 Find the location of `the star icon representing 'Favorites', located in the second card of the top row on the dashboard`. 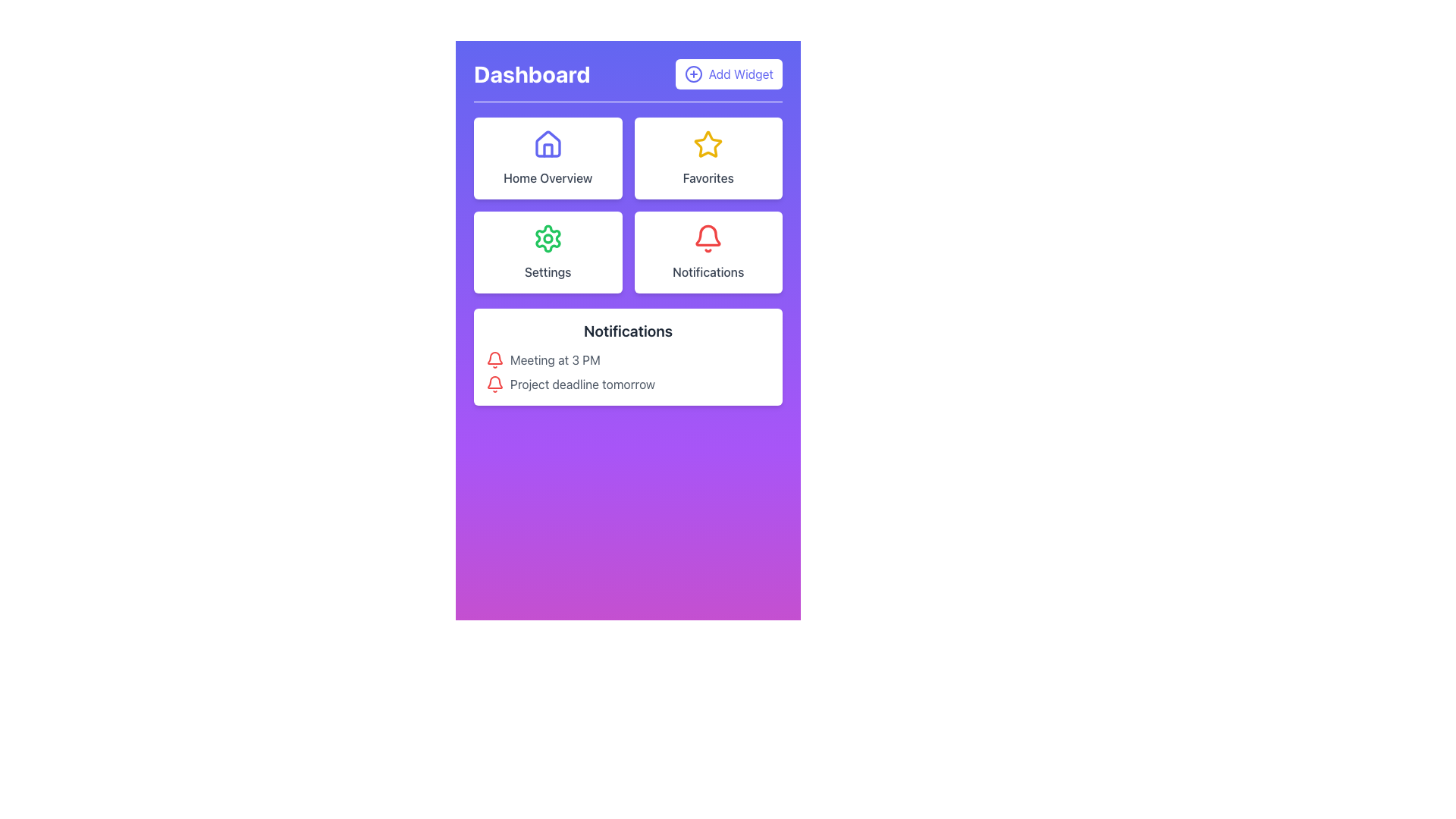

the star icon representing 'Favorites', located in the second card of the top row on the dashboard is located at coordinates (708, 145).